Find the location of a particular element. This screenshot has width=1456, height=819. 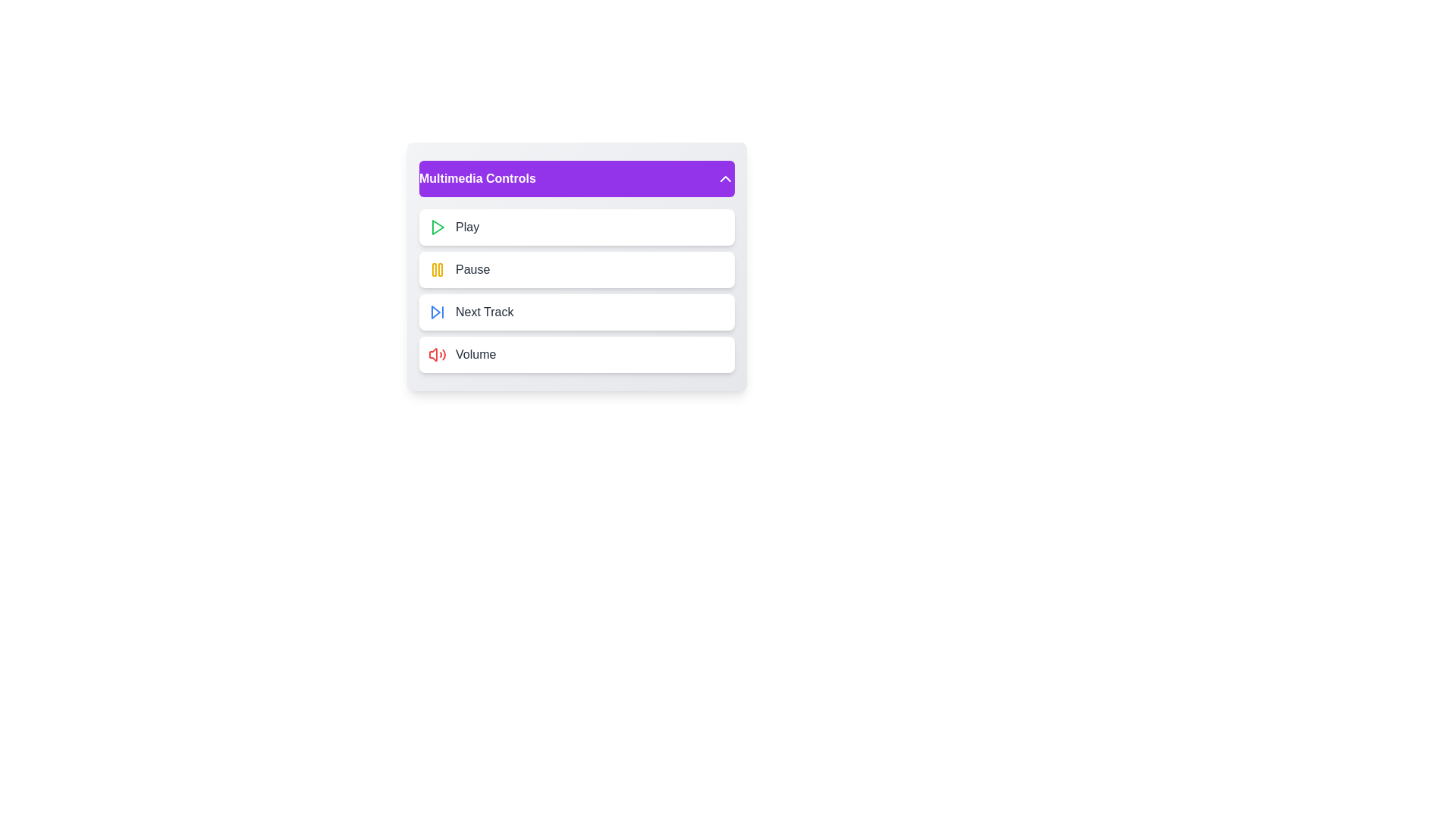

the 'Volume' text label, which is styled with a gray font color and medium weight, located to the right of a sound-related icon within the 'Multimedia Controls' menu is located at coordinates (475, 354).